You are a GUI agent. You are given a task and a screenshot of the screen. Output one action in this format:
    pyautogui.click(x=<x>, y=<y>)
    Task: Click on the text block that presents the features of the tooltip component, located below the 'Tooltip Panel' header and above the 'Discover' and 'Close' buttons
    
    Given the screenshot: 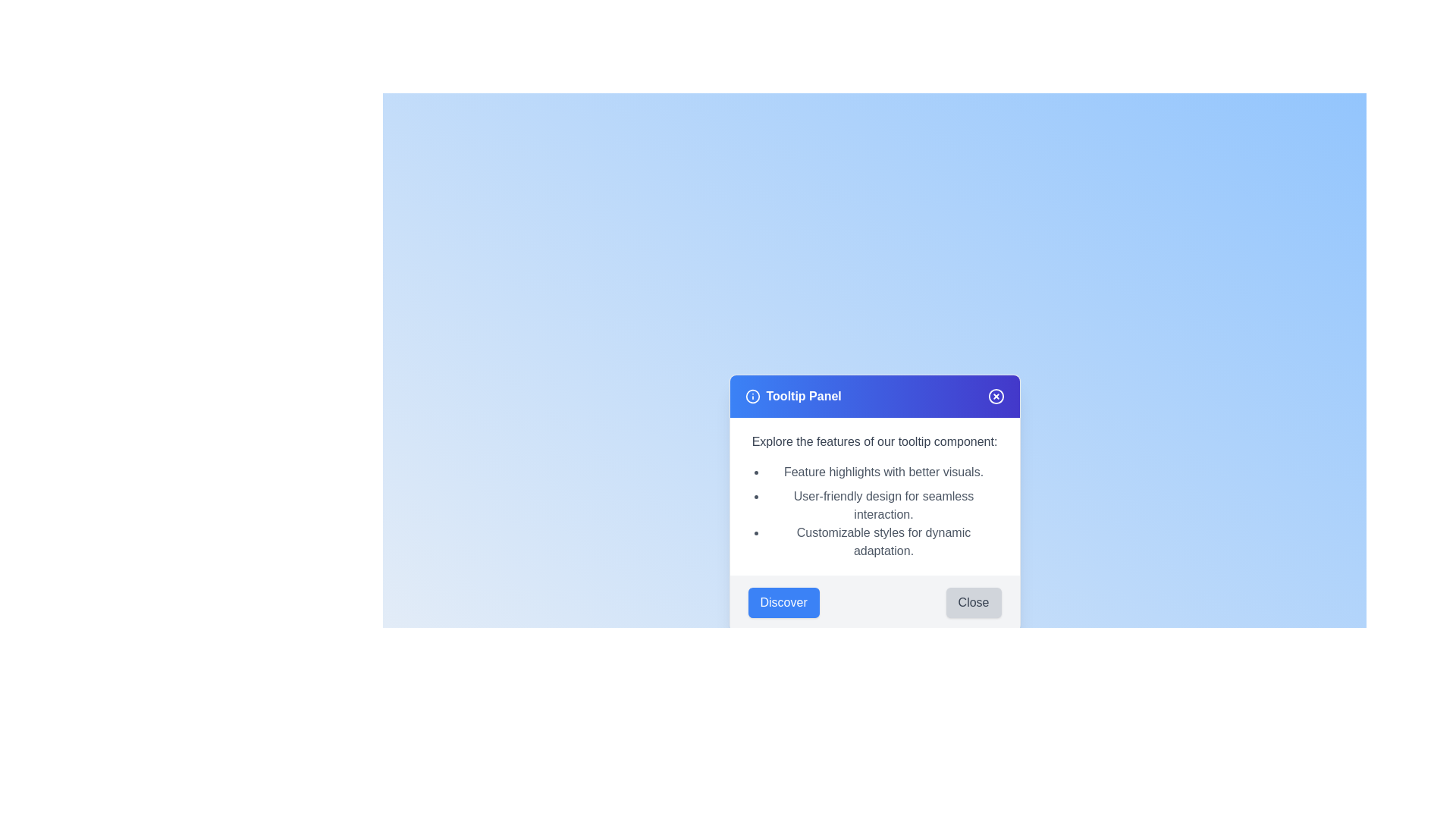 What is the action you would take?
    pyautogui.click(x=874, y=497)
    